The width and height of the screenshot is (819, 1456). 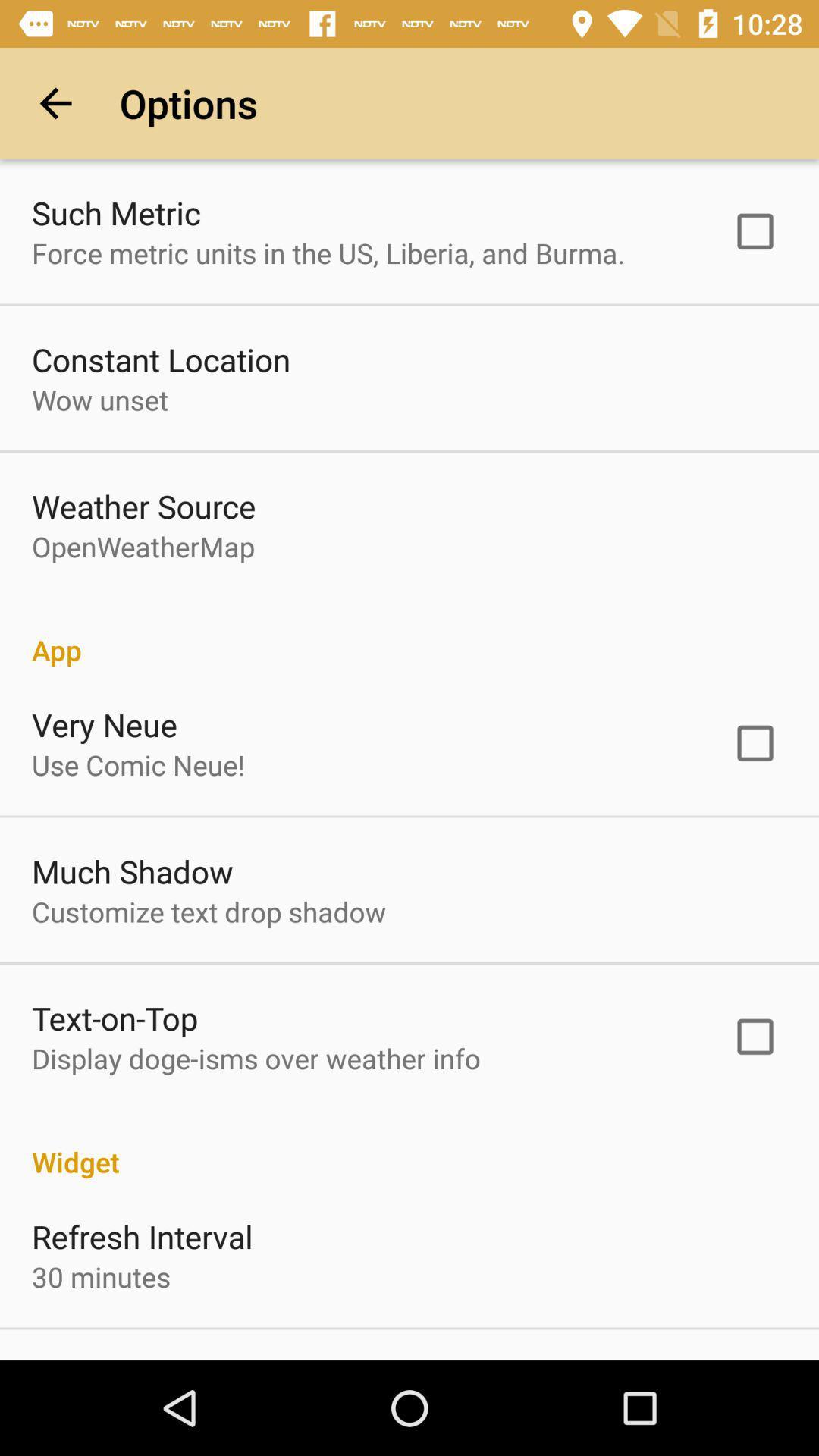 I want to click on much shadow app, so click(x=131, y=871).